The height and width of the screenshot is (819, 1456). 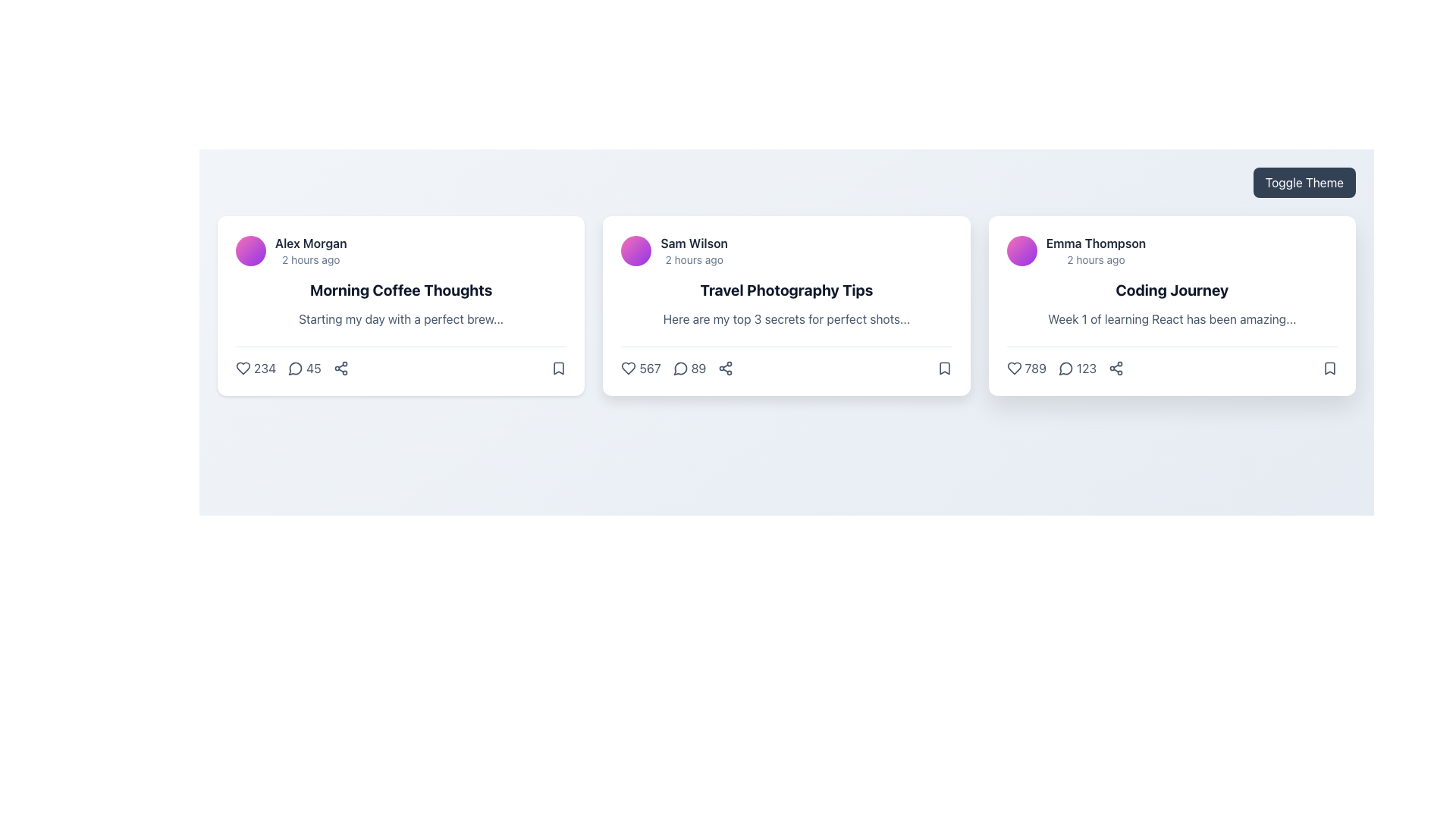 I want to click on the text label indicating the time elapsed since the event under the card for 'Sam Wilson' in the second column, so click(x=693, y=259).